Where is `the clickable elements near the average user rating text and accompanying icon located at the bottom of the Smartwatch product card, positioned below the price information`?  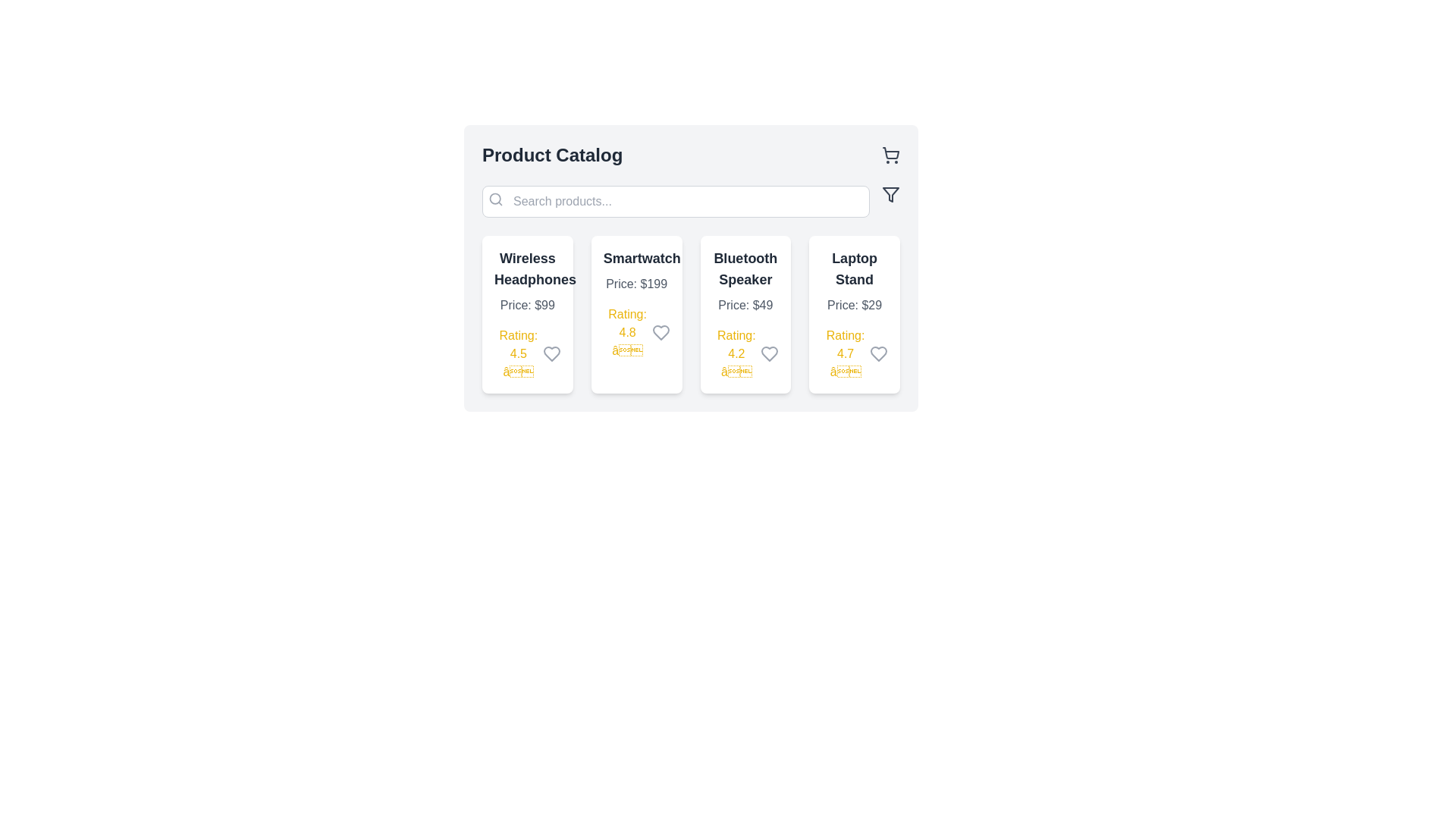
the clickable elements near the average user rating text and accompanying icon located at the bottom of the Smartwatch product card, positioned below the price information is located at coordinates (636, 332).